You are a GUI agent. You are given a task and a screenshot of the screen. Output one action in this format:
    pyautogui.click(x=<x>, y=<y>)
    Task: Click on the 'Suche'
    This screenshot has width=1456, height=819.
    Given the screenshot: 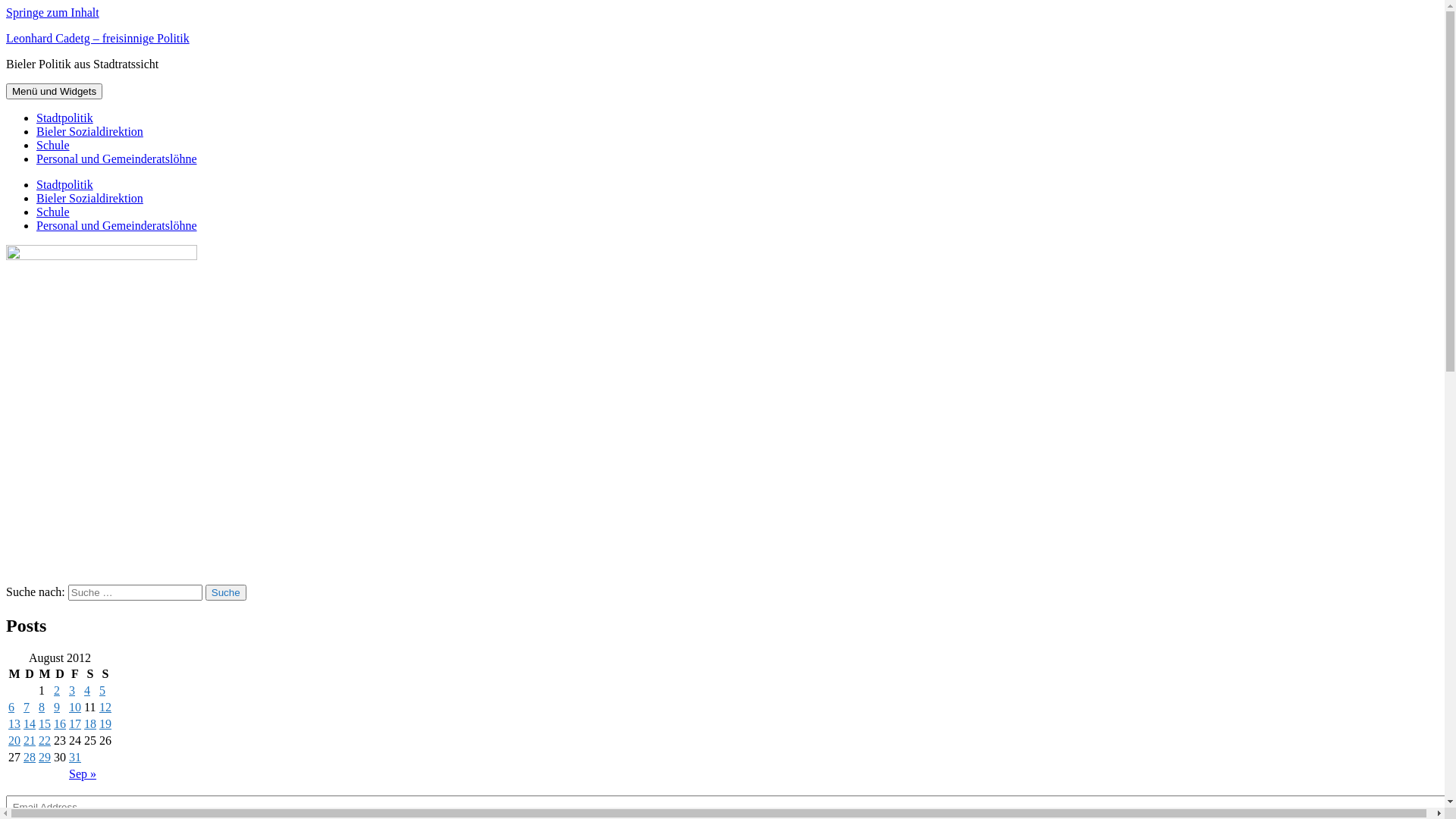 What is the action you would take?
    pyautogui.click(x=204, y=591)
    